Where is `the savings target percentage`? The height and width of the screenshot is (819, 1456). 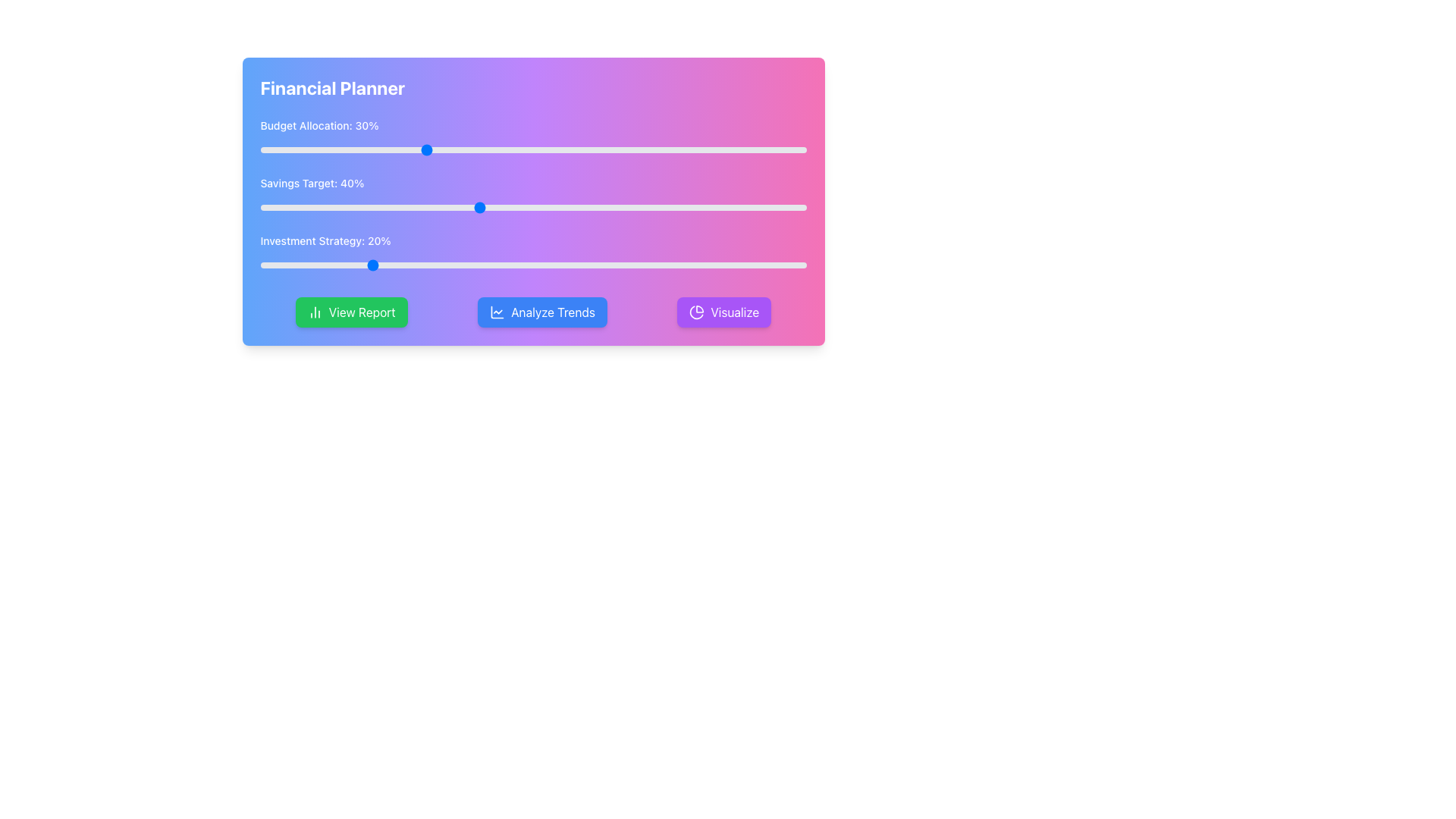
the savings target percentage is located at coordinates (659, 207).